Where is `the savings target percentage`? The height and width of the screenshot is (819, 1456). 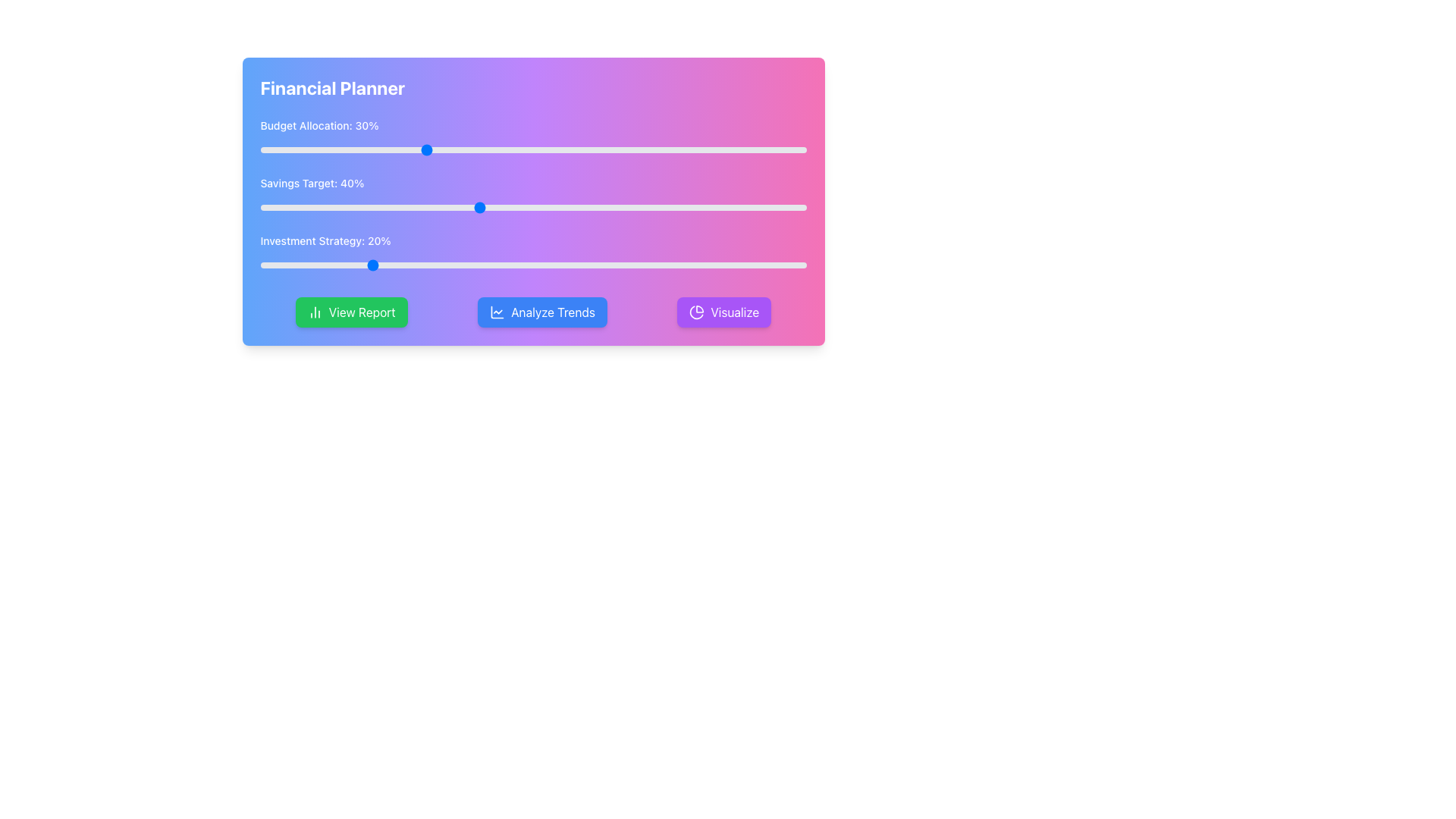
the savings target percentage is located at coordinates (659, 207).